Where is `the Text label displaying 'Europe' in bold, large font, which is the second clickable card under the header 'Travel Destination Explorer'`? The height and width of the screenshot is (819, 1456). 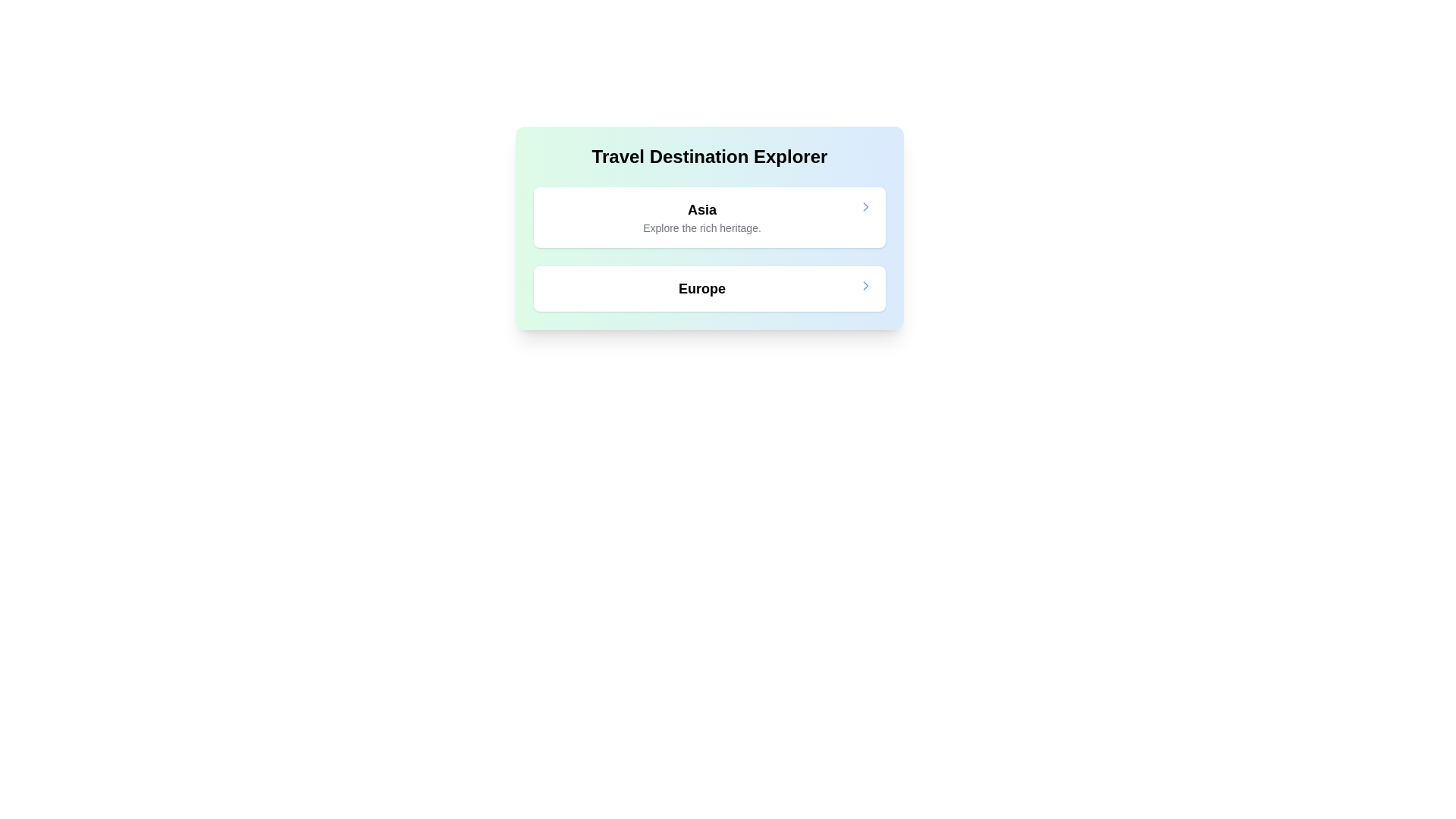 the Text label displaying 'Europe' in bold, large font, which is the second clickable card under the header 'Travel Destination Explorer' is located at coordinates (701, 289).